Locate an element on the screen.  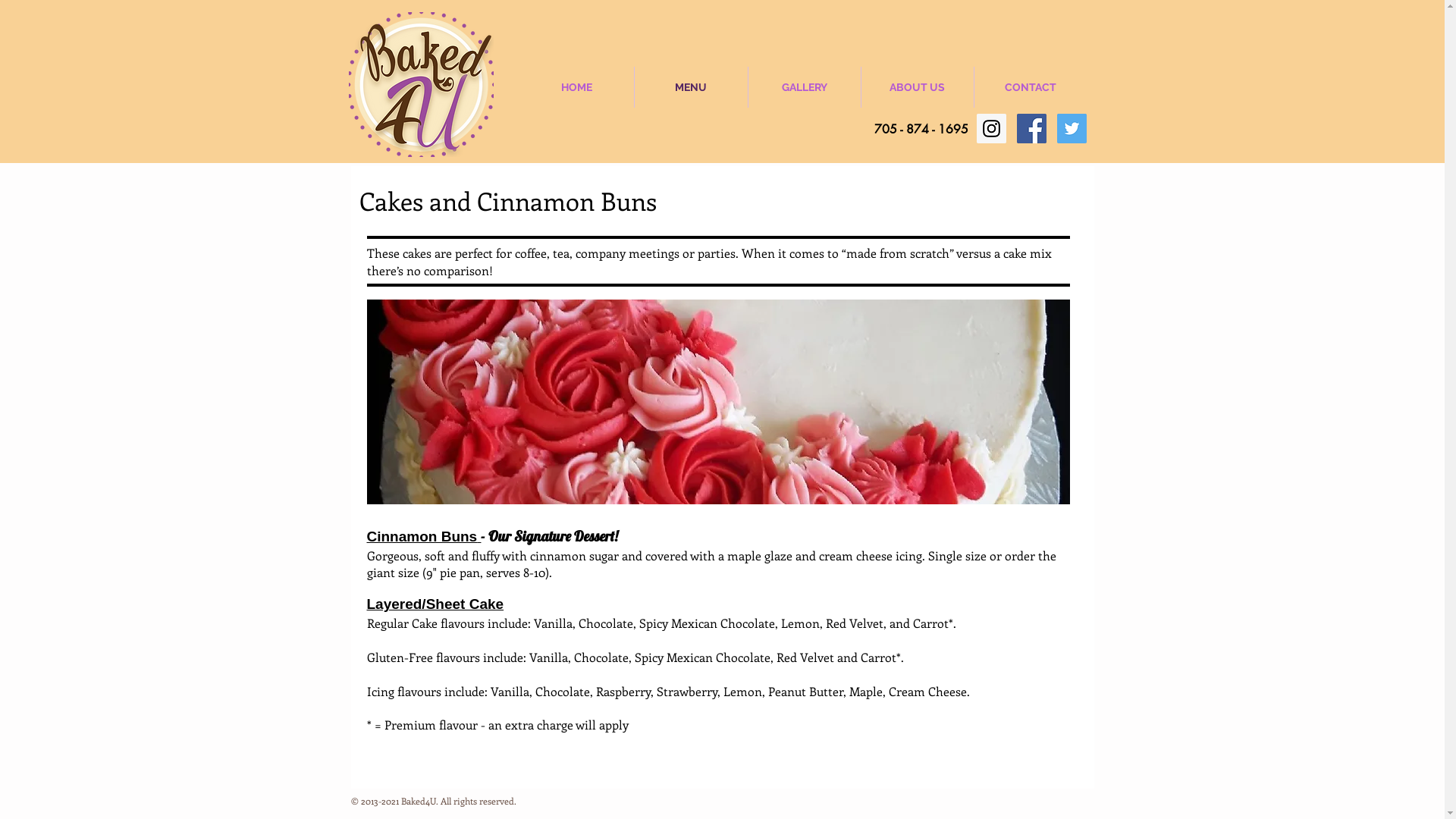
'ABOUT US' is located at coordinates (861, 87).